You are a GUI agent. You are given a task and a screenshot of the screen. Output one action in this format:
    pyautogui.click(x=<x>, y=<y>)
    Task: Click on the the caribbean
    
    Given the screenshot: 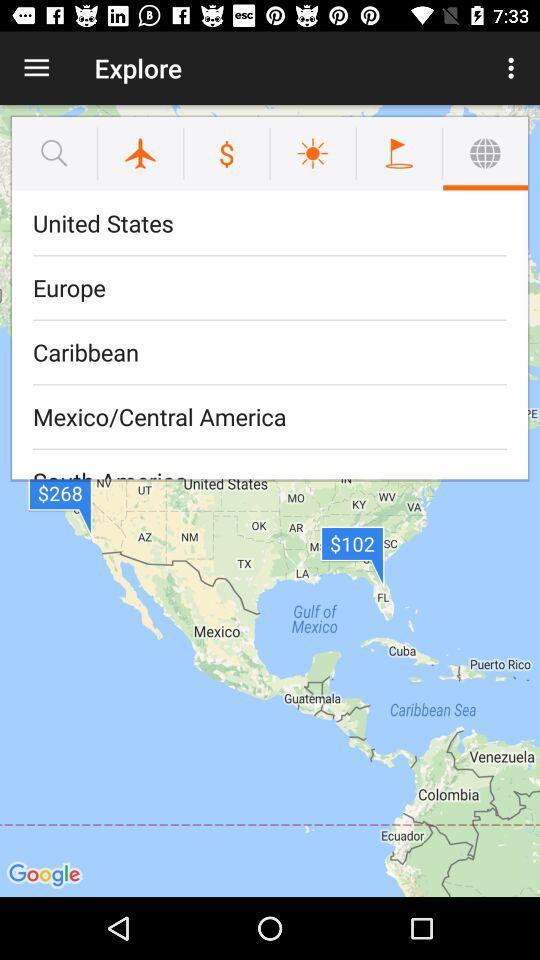 What is the action you would take?
    pyautogui.click(x=270, y=352)
    